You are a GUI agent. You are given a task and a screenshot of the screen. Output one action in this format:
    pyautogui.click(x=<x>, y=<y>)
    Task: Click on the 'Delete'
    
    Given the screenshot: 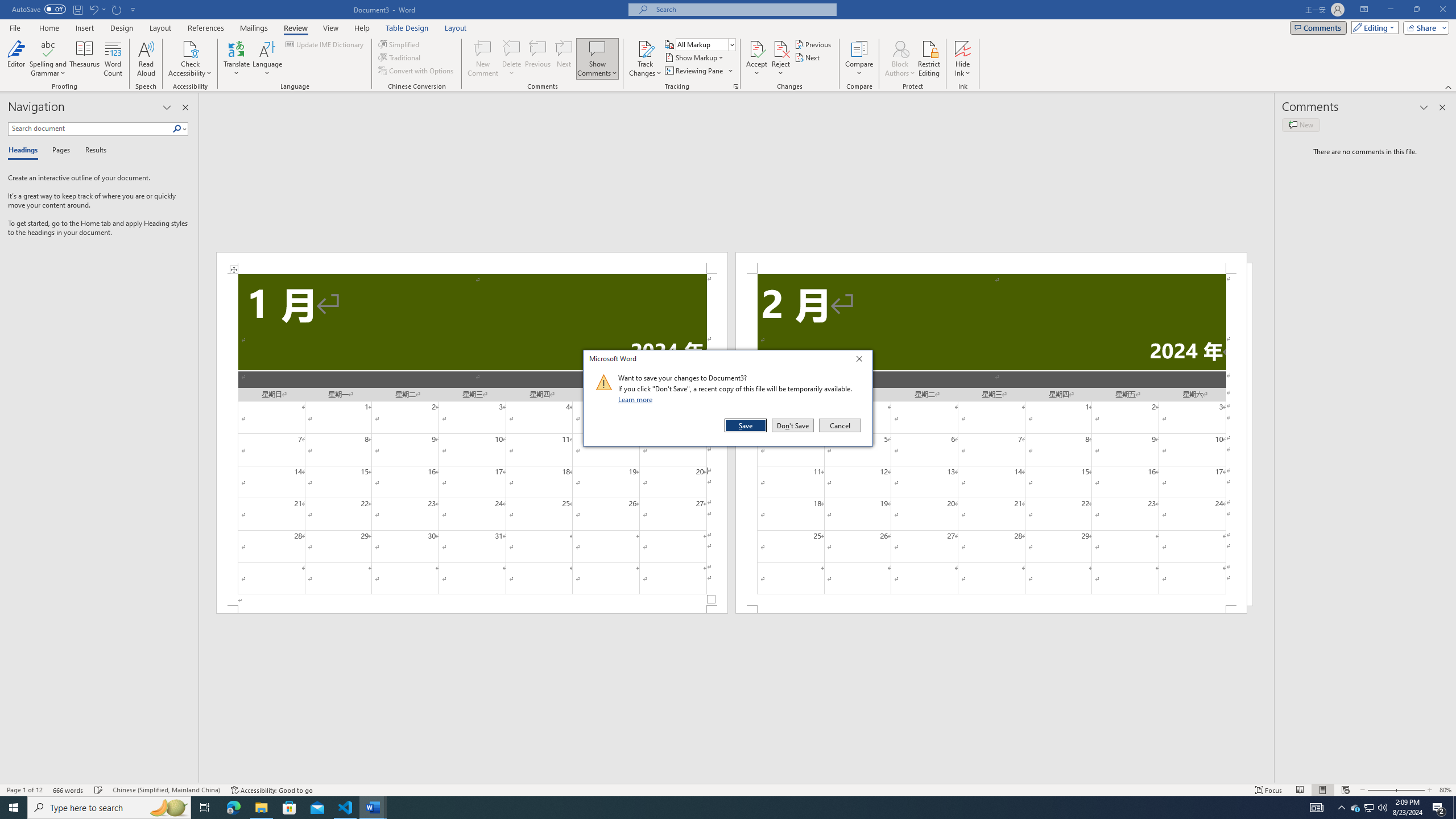 What is the action you would take?
    pyautogui.click(x=511, y=59)
    